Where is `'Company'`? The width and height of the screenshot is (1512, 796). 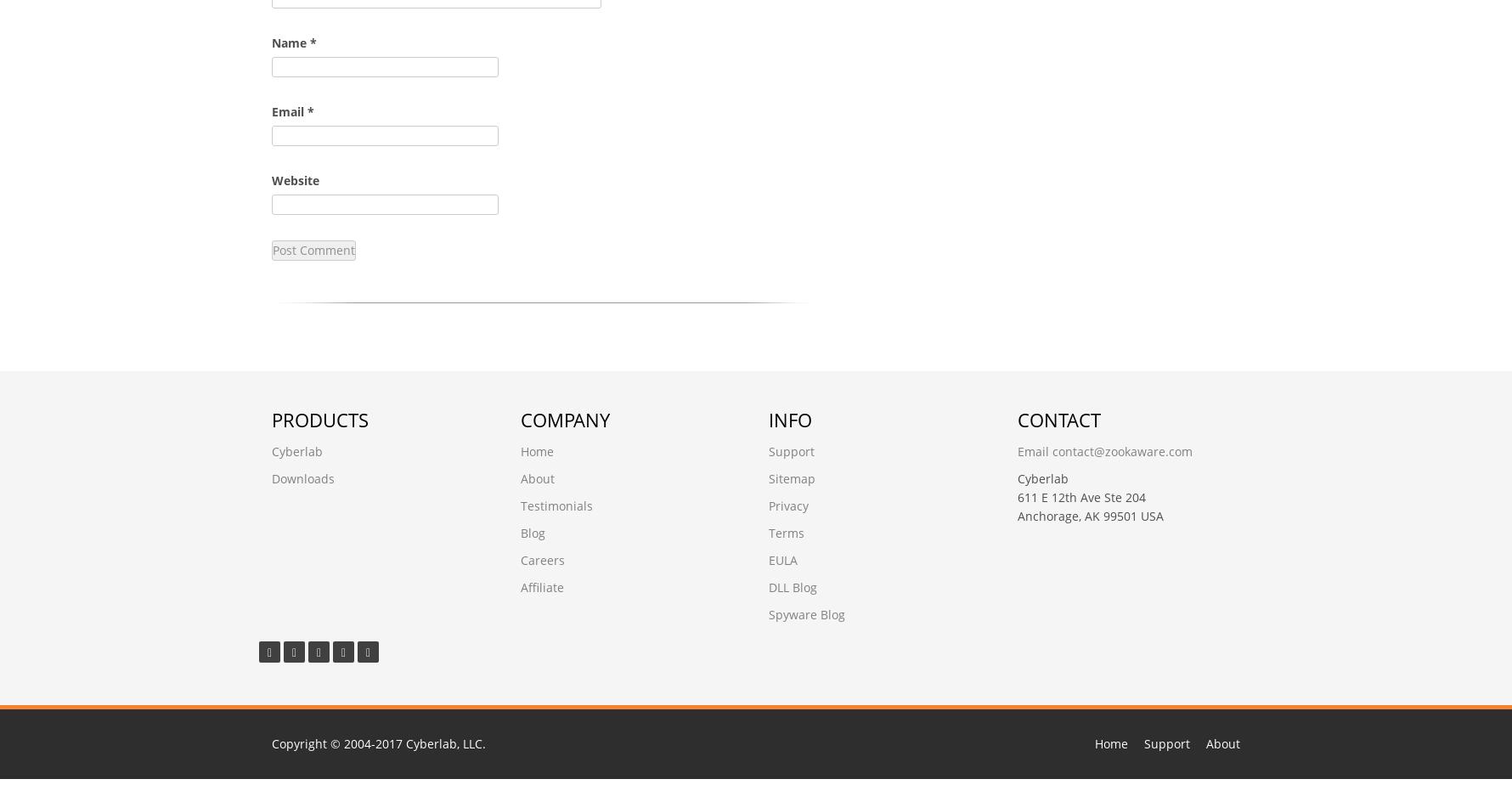
'Company' is located at coordinates (564, 419).